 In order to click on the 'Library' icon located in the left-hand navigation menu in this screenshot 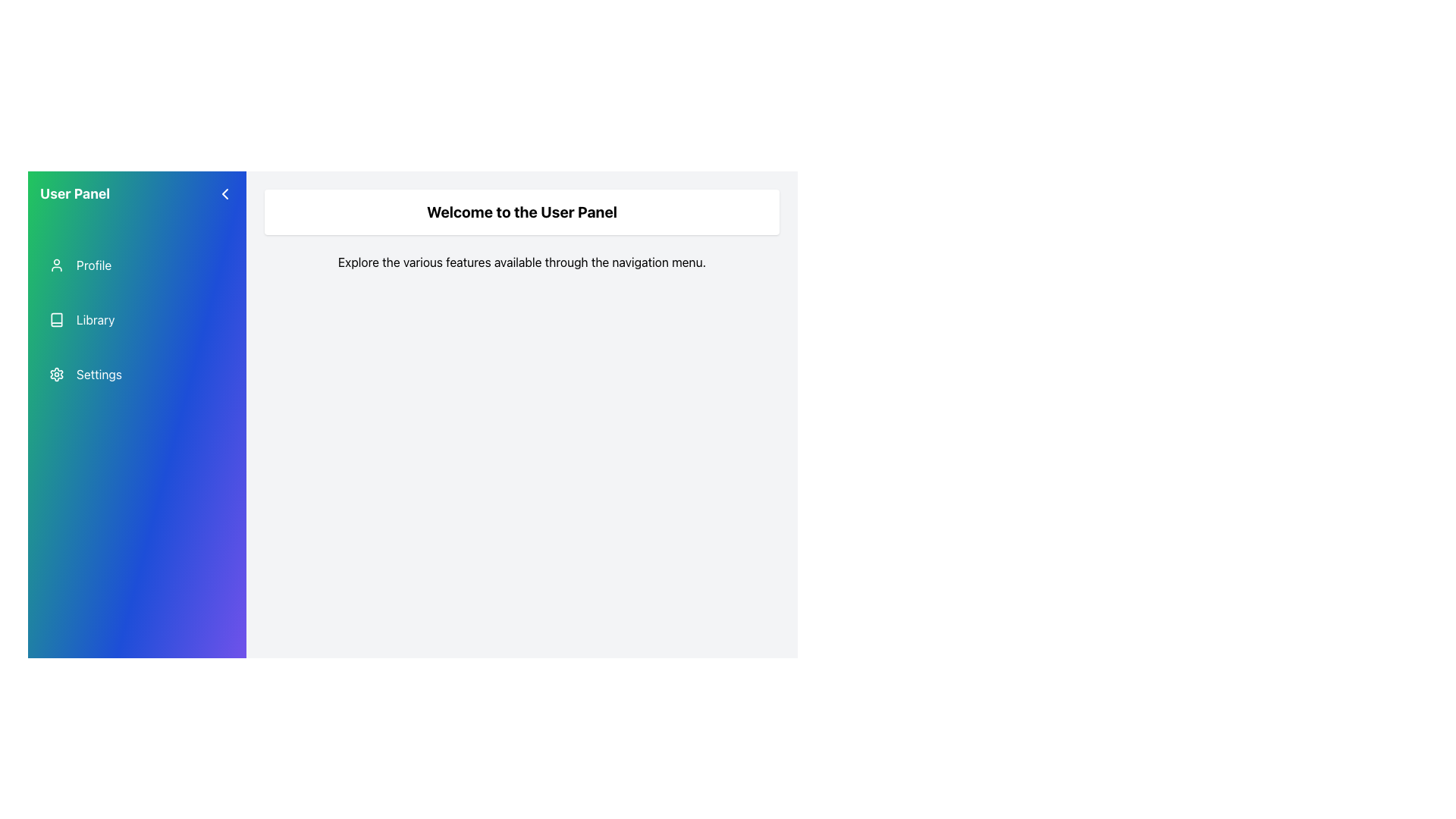, I will do `click(57, 318)`.